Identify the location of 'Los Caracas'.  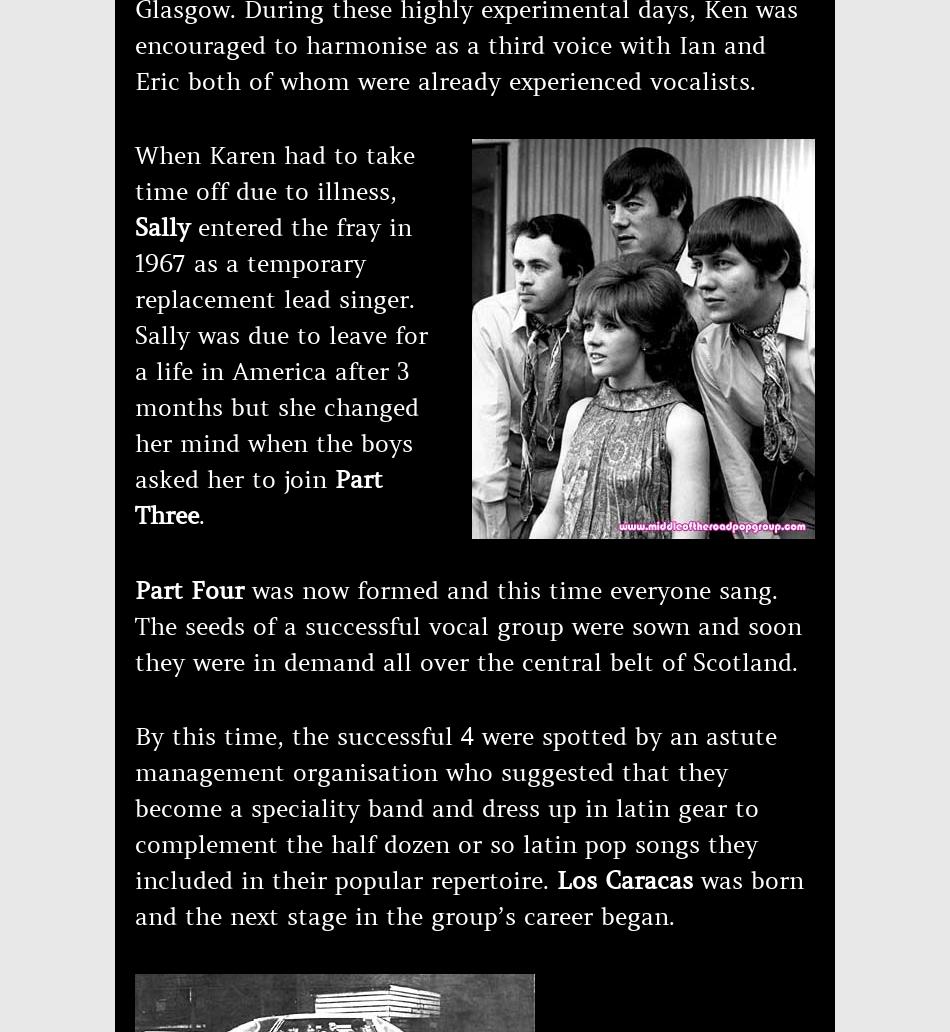
(628, 881).